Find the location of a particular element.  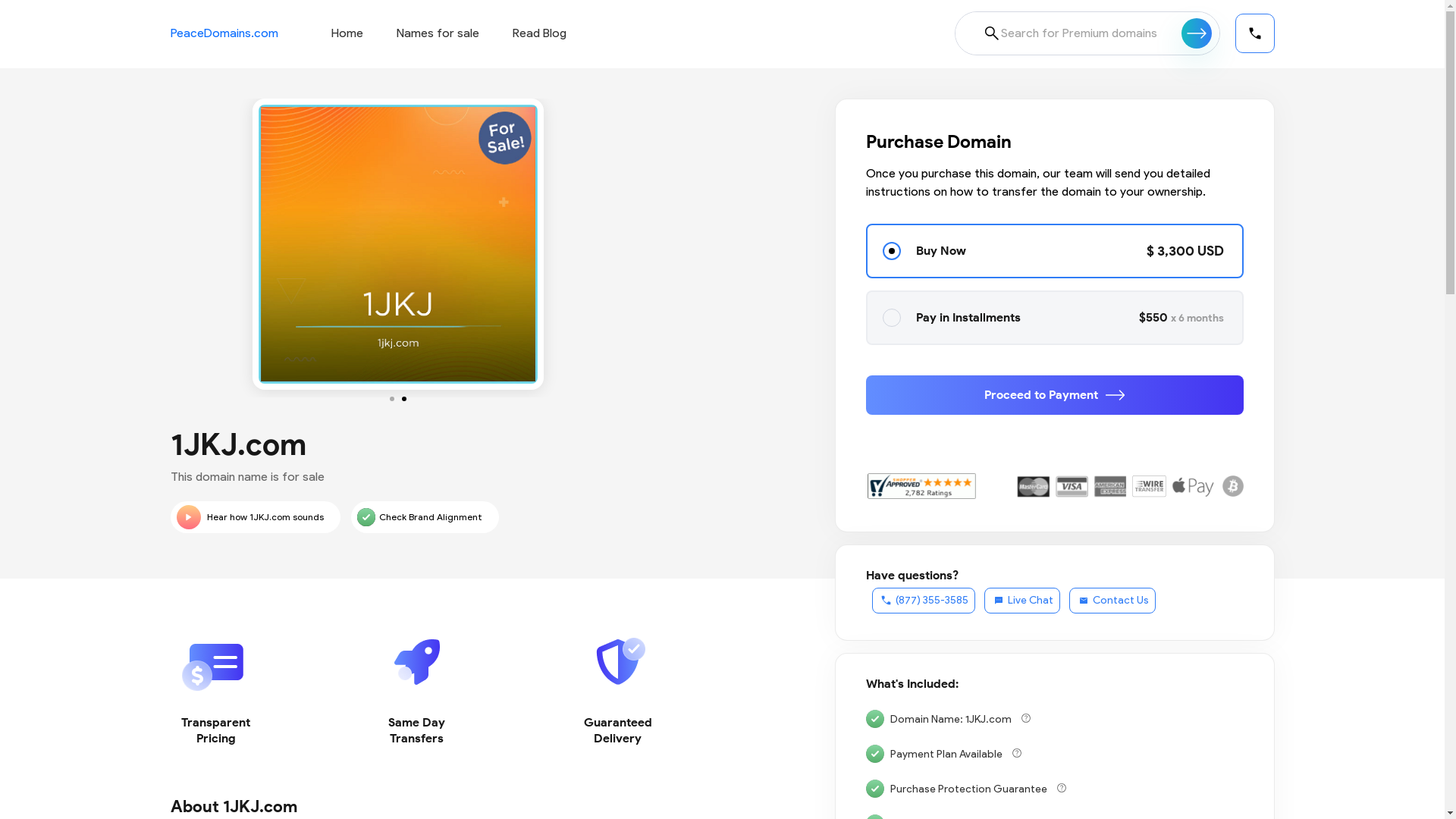

'Read Blog' is located at coordinates (513, 33).